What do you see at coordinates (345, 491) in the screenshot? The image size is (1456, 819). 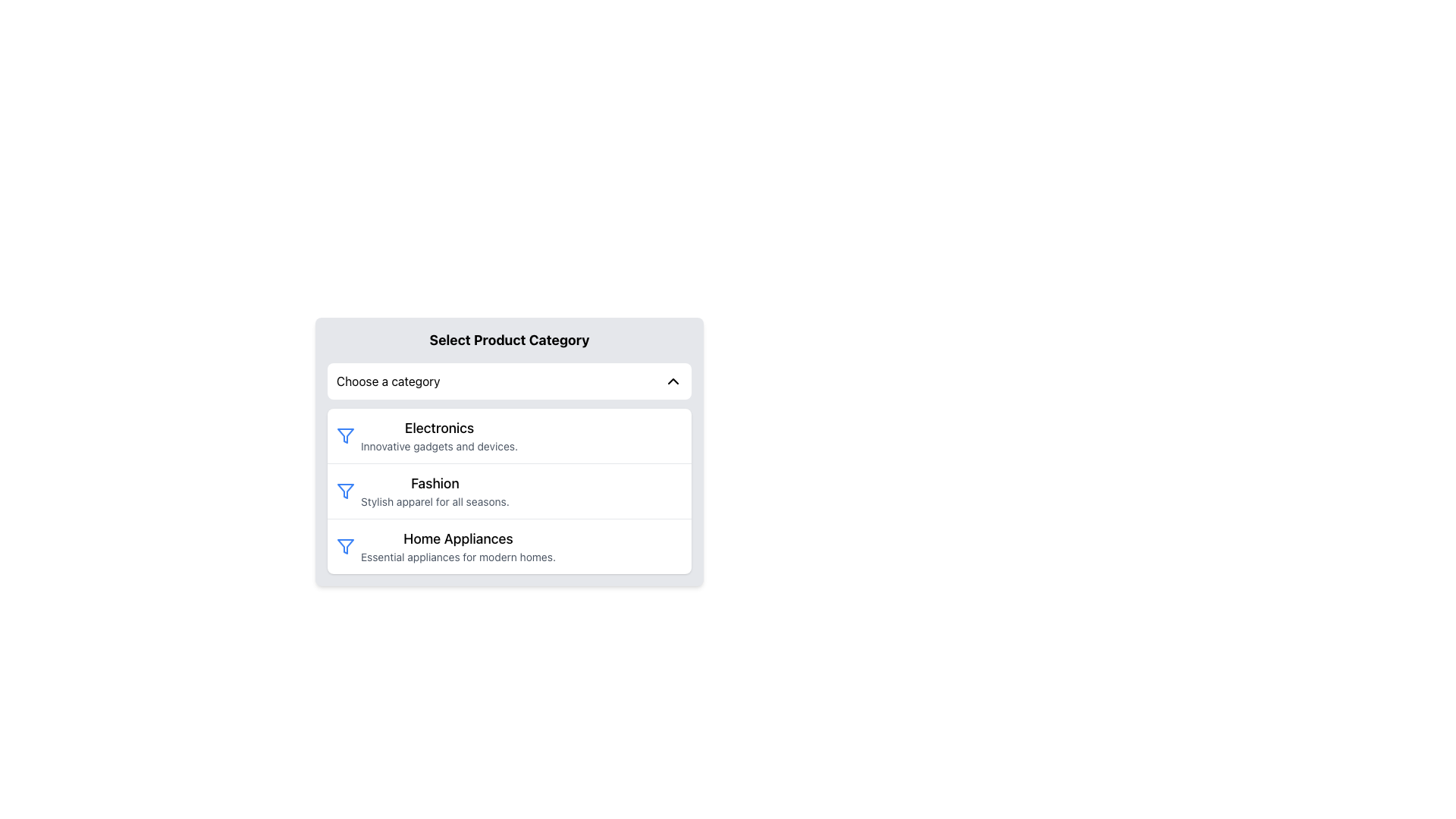 I see `the filter icon associated with the 'Electronics' category in the 'Select Product Category' interface` at bounding box center [345, 491].